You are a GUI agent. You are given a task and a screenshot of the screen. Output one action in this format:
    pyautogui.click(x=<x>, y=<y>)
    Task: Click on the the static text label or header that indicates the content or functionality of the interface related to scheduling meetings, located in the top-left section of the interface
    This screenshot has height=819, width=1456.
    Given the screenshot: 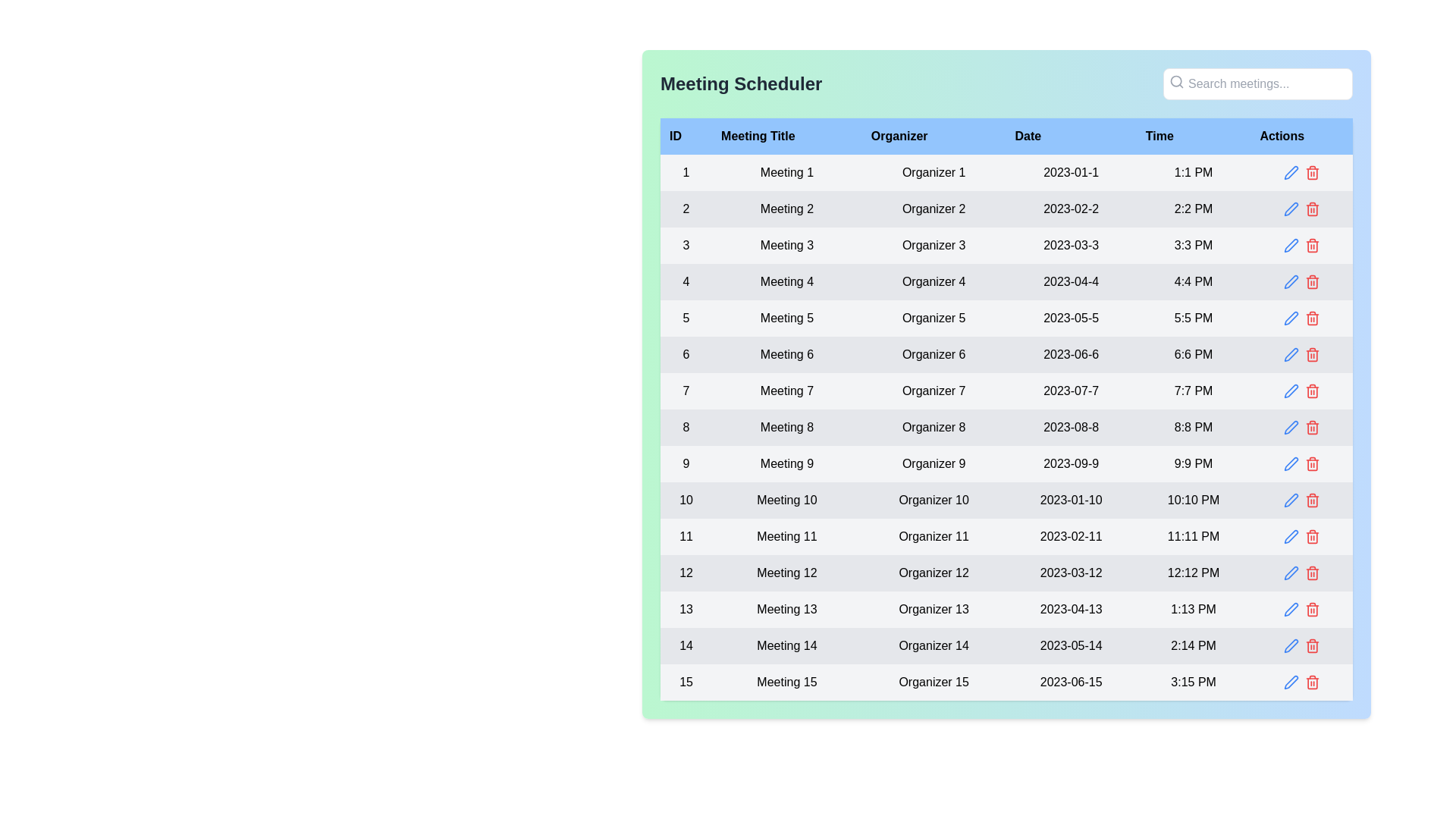 What is the action you would take?
    pyautogui.click(x=741, y=84)
    